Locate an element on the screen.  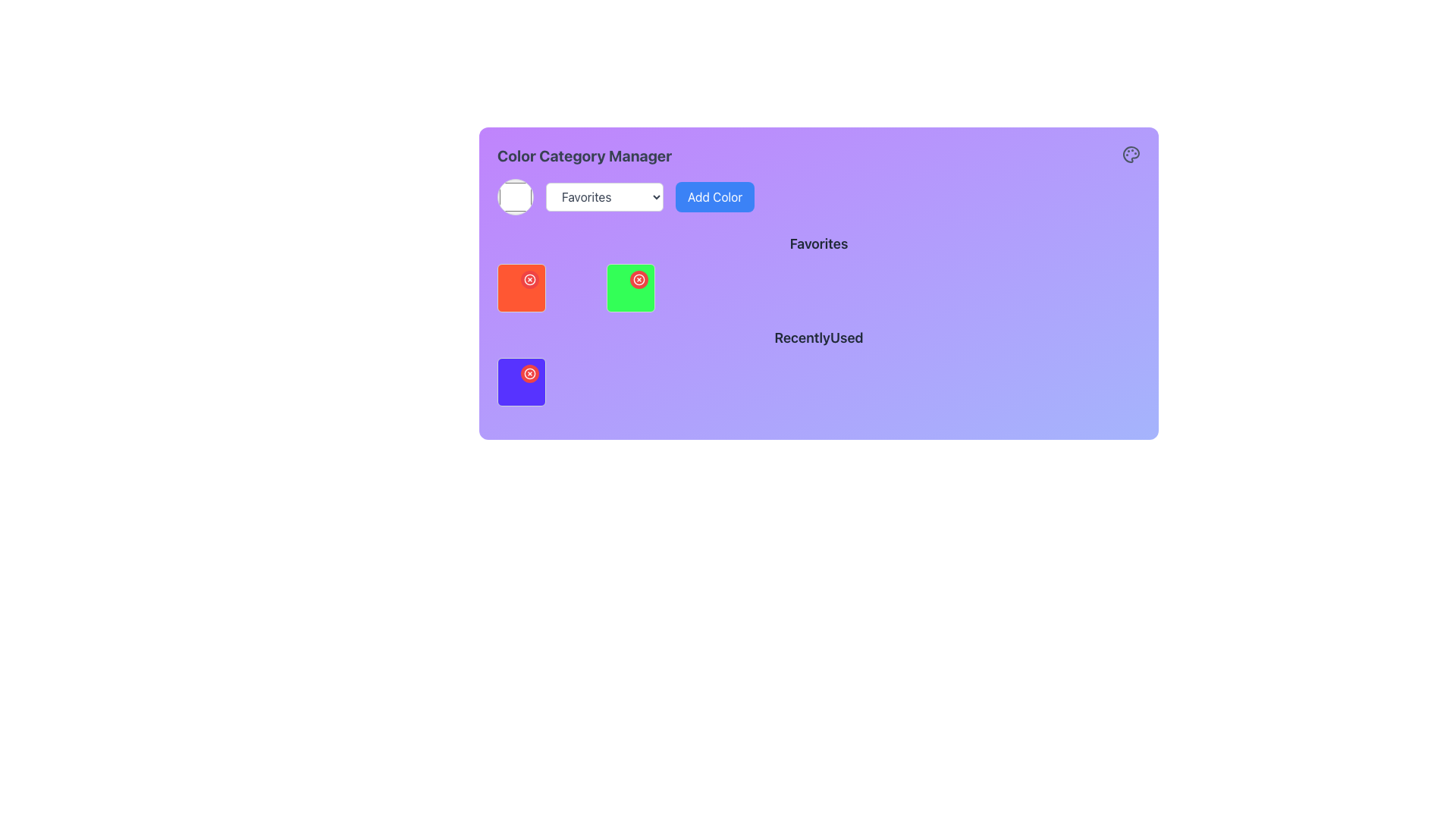
the red circular button with a white 'x' icon located at the top-right corner of the green rounded square tile in the second row of the grid is located at coordinates (630, 288).